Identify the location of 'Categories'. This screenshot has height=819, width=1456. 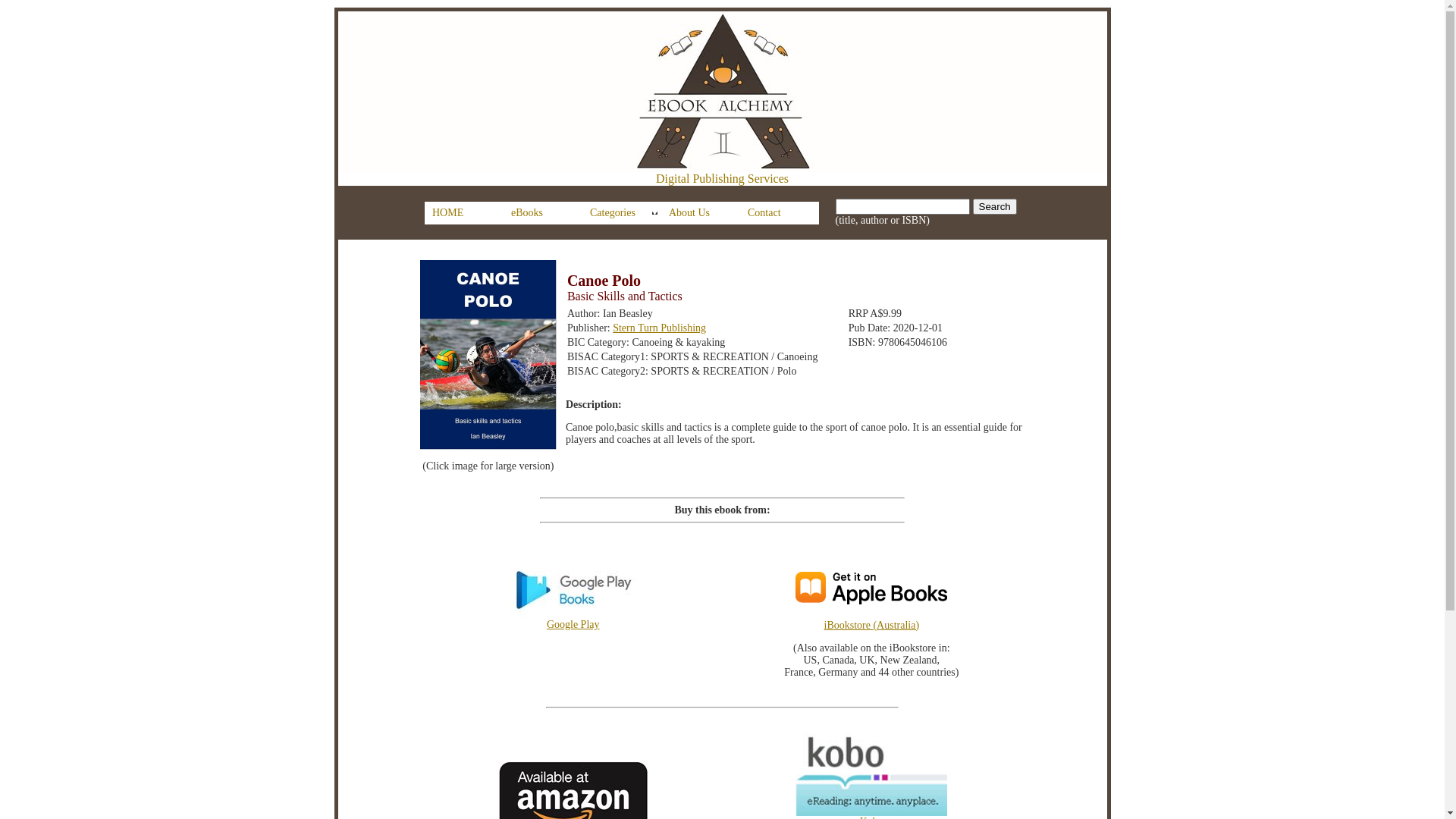
(622, 213).